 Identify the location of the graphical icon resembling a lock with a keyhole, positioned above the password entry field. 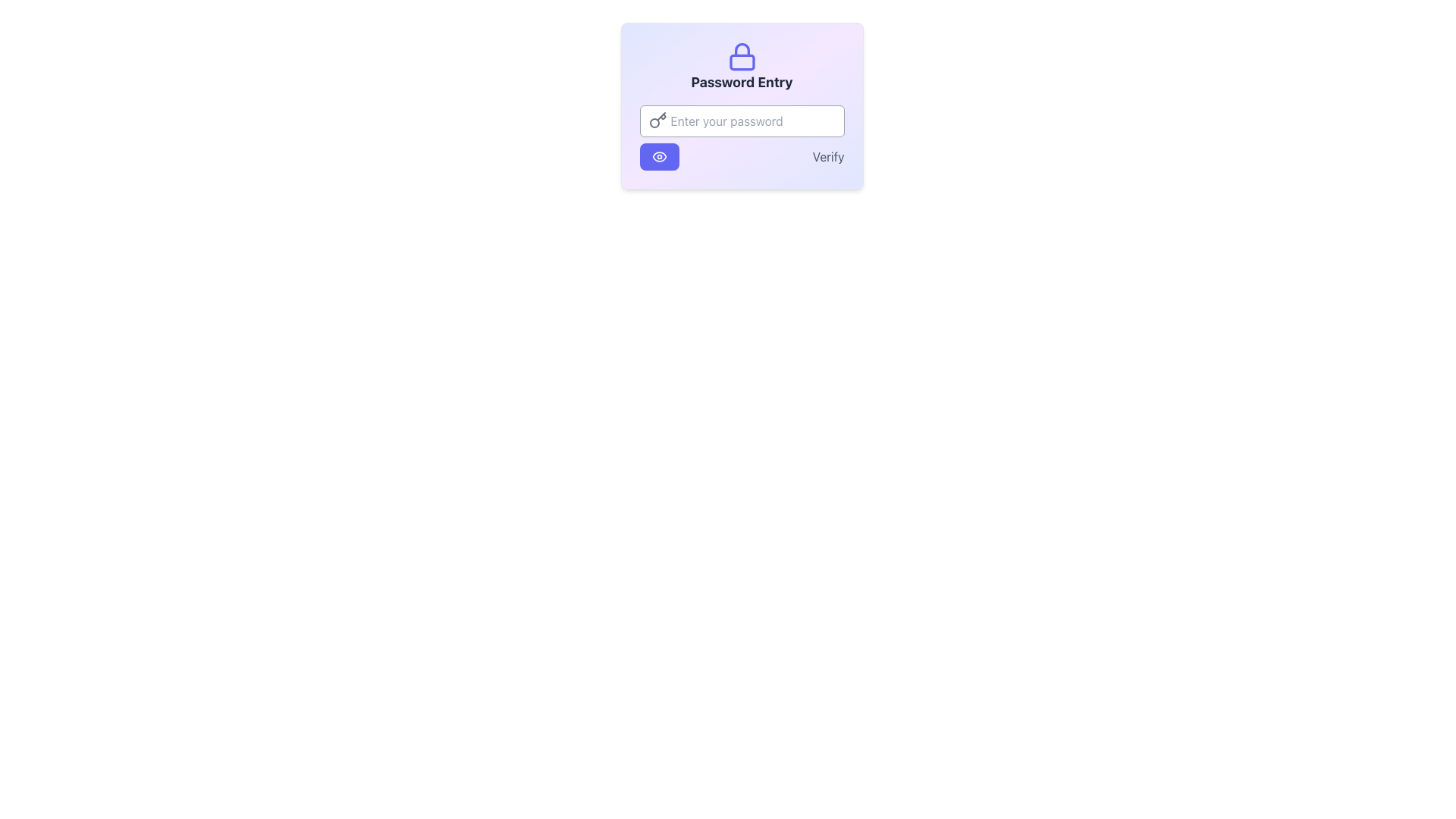
(742, 49).